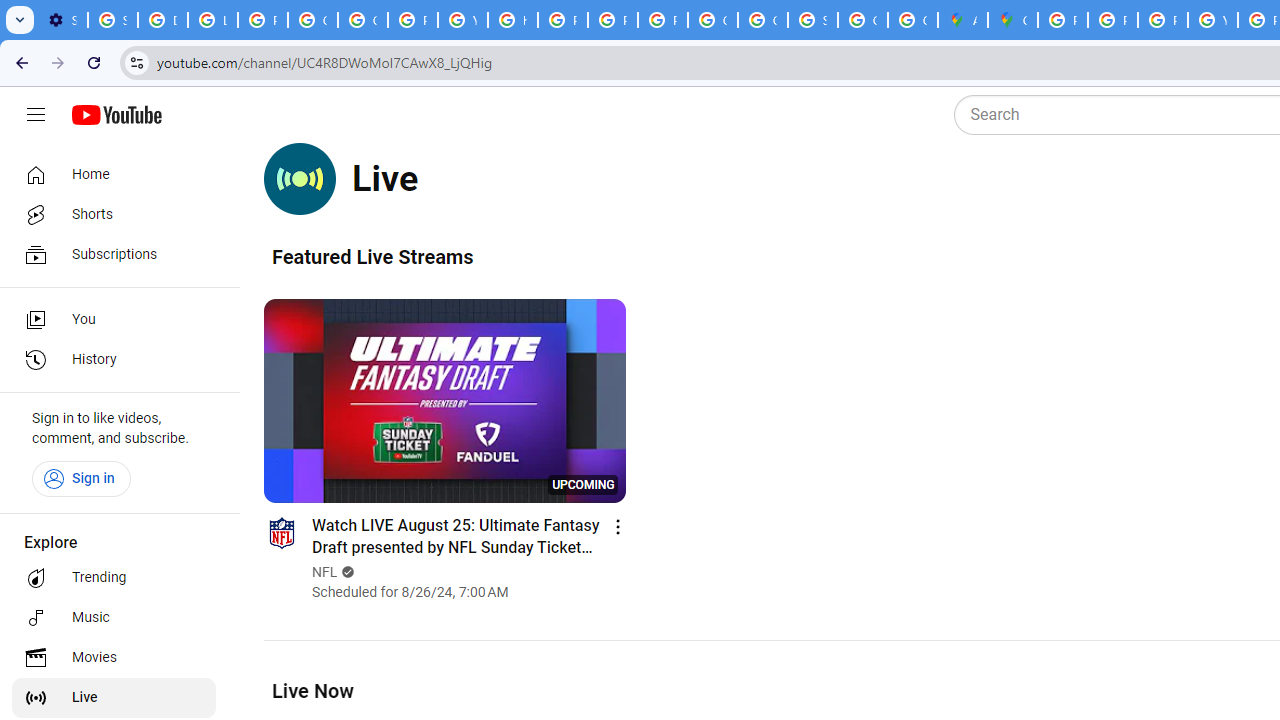 This screenshot has height=720, width=1280. I want to click on 'Delete photos & videos - Computer - Google Photos Help', so click(163, 20).